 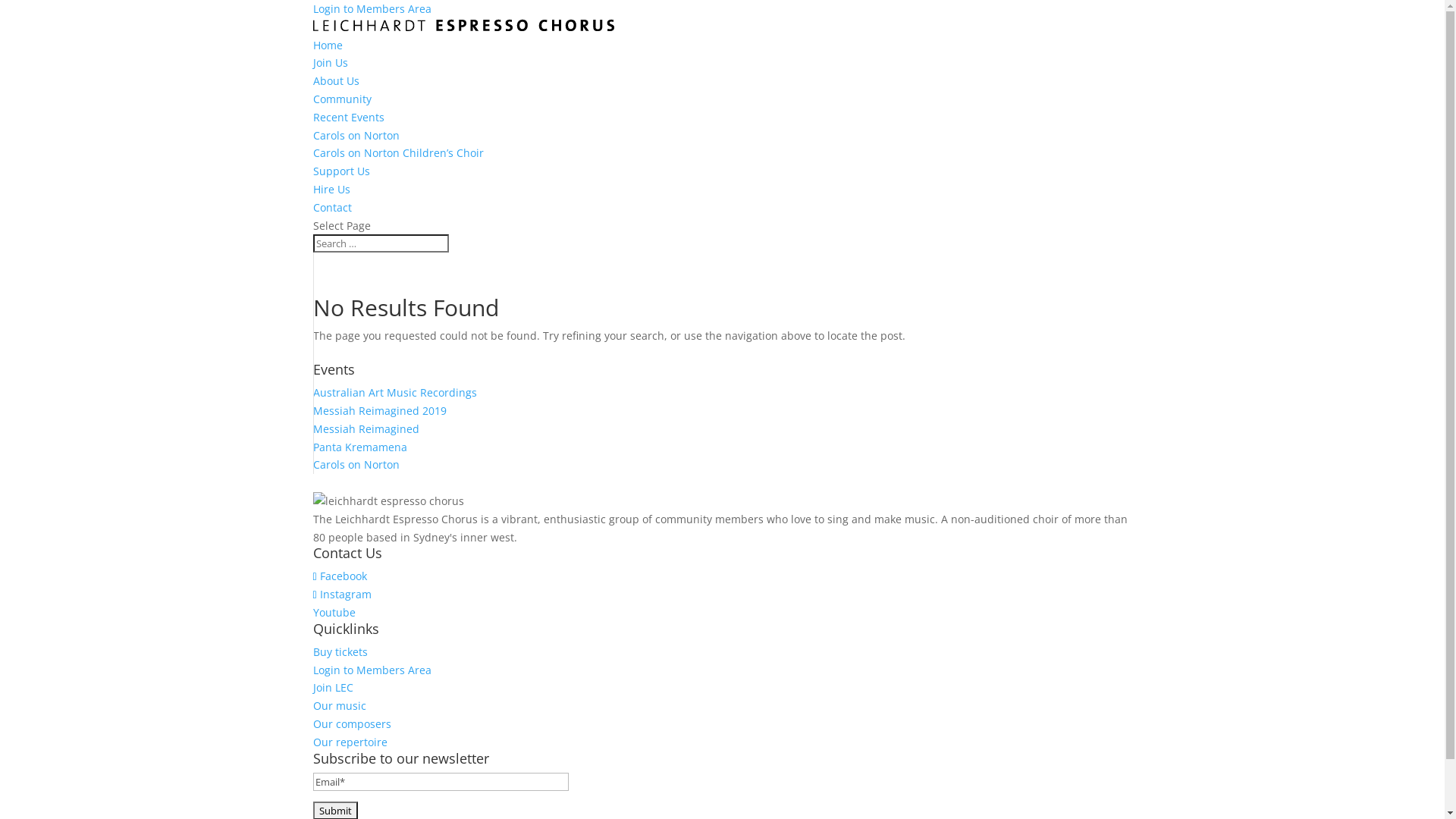 I want to click on 'Community', so click(x=312, y=99).